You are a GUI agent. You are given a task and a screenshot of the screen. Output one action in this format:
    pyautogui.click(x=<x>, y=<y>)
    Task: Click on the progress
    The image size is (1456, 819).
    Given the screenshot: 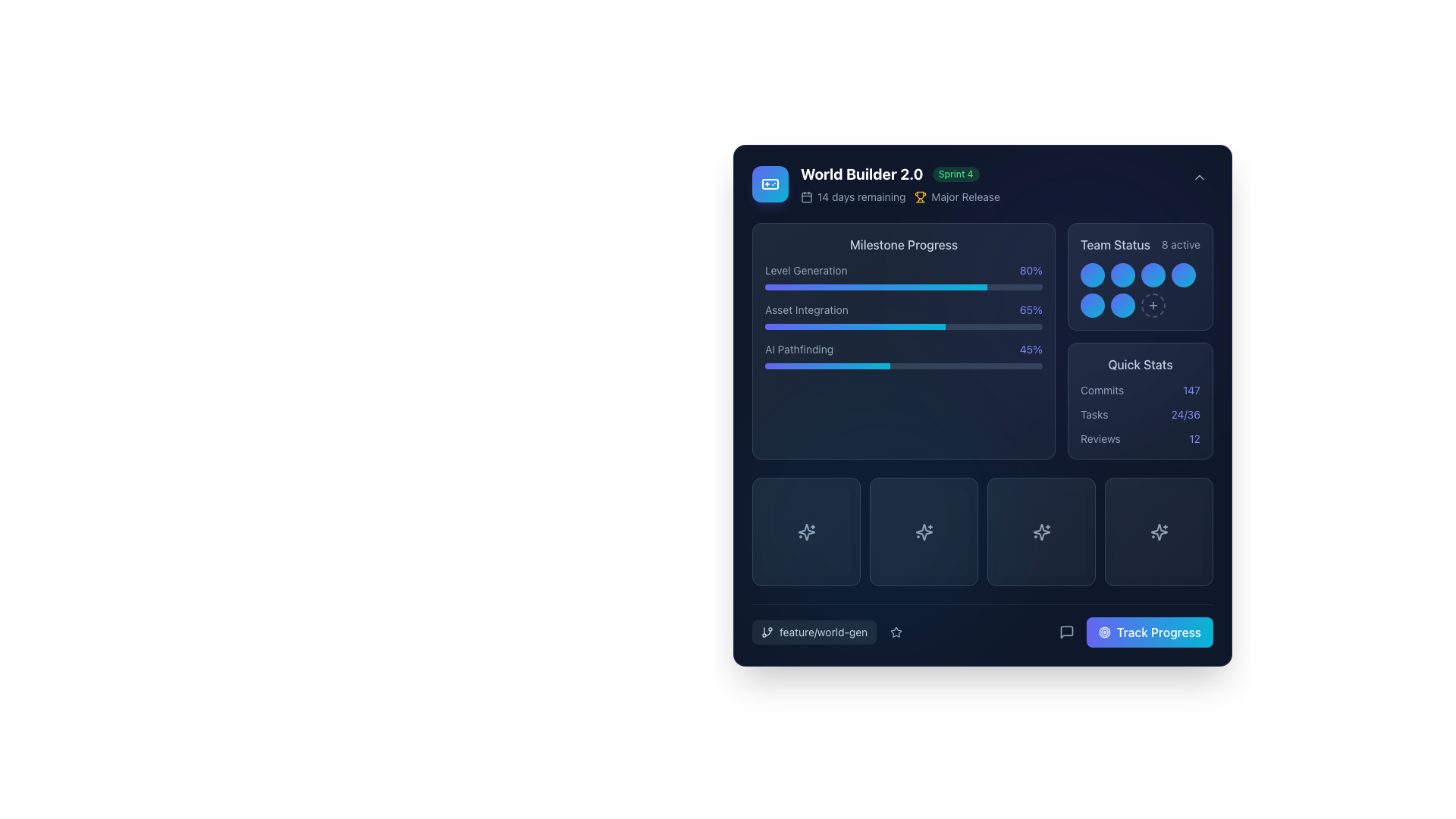 What is the action you would take?
    pyautogui.click(x=905, y=287)
    